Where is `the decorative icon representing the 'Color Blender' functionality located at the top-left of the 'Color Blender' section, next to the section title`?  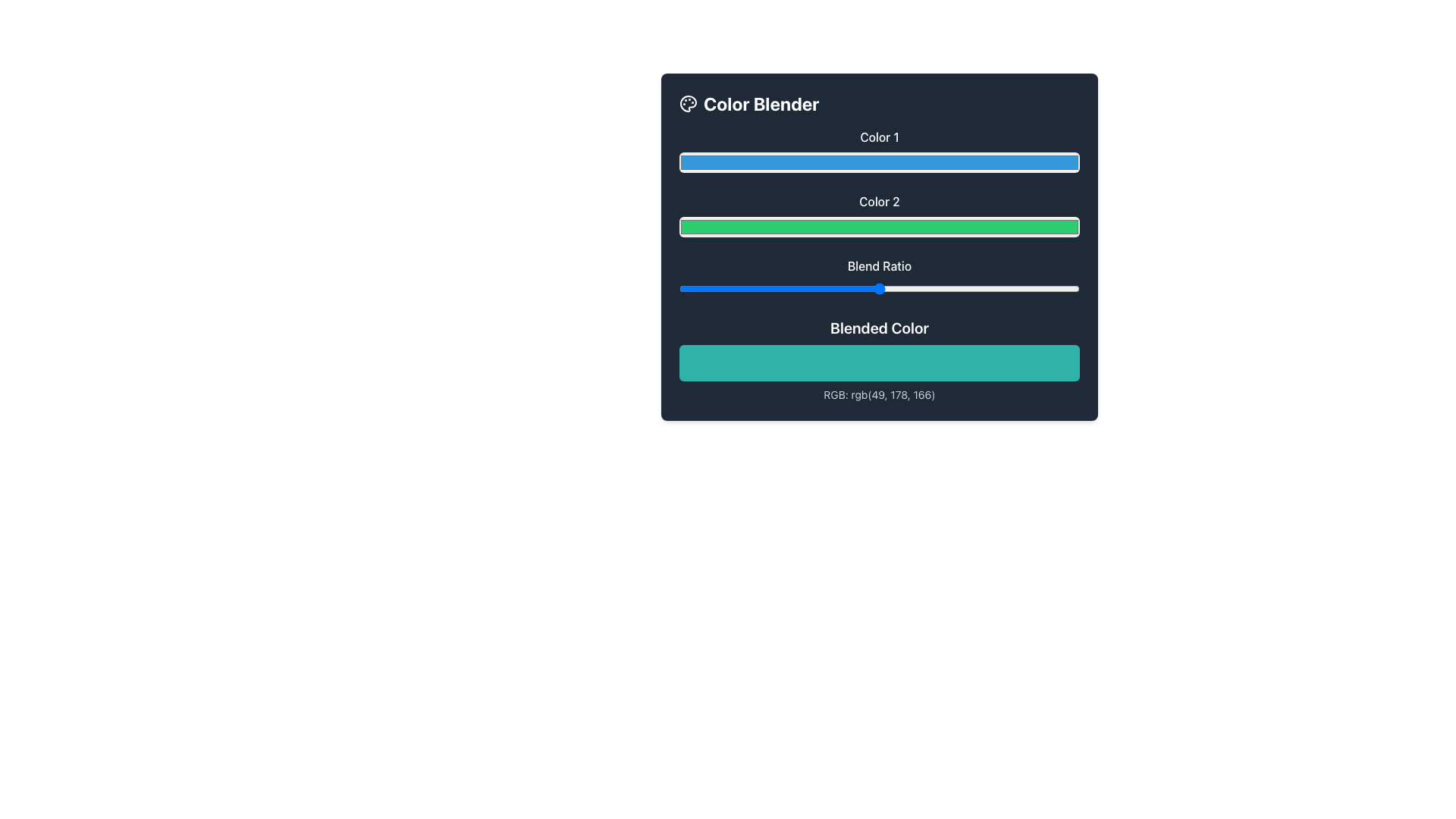 the decorative icon representing the 'Color Blender' functionality located at the top-left of the 'Color Blender' section, next to the section title is located at coordinates (687, 103).